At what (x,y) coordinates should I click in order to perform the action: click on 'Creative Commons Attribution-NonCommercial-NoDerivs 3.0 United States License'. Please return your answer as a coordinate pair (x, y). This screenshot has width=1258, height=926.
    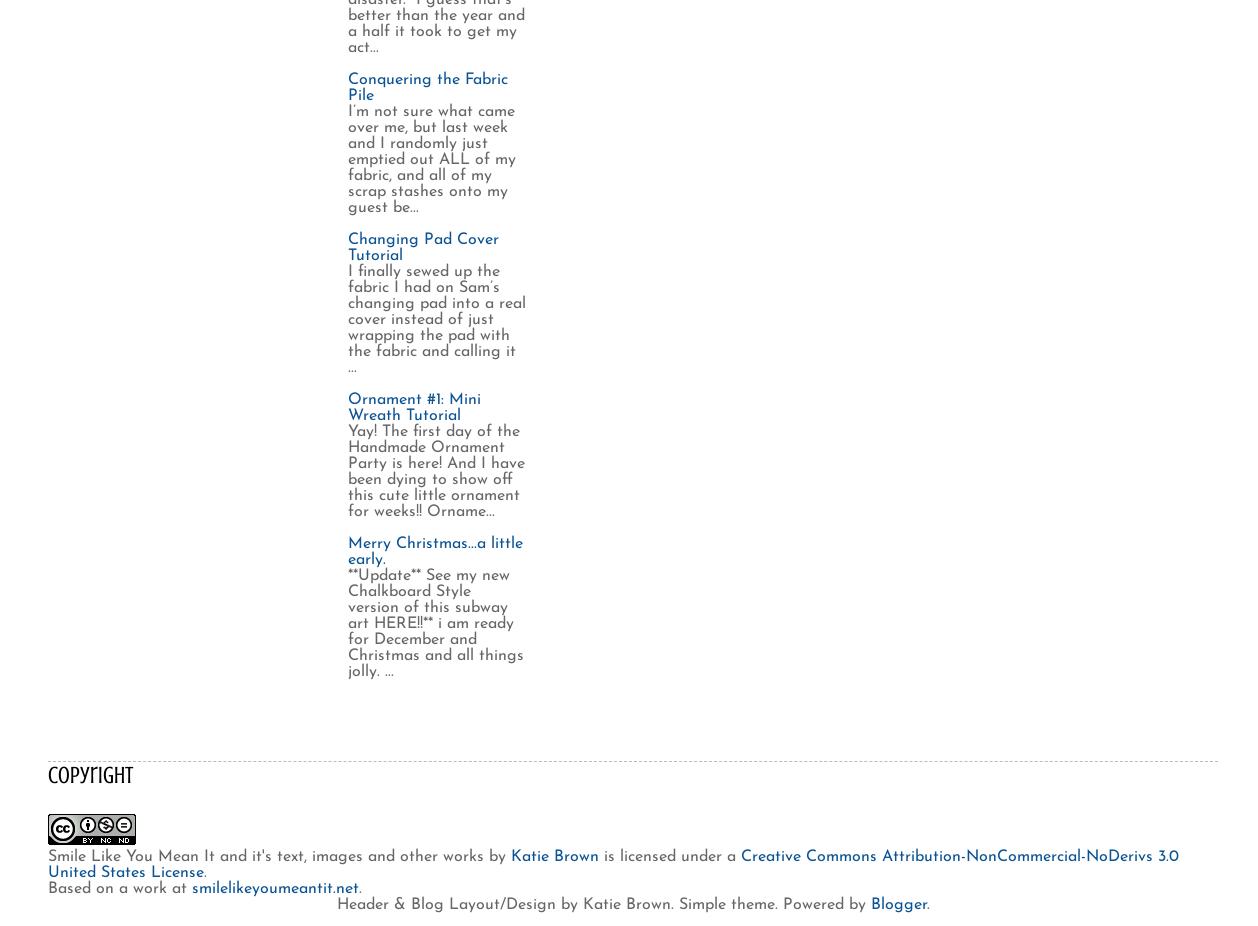
    Looking at the image, I should click on (612, 863).